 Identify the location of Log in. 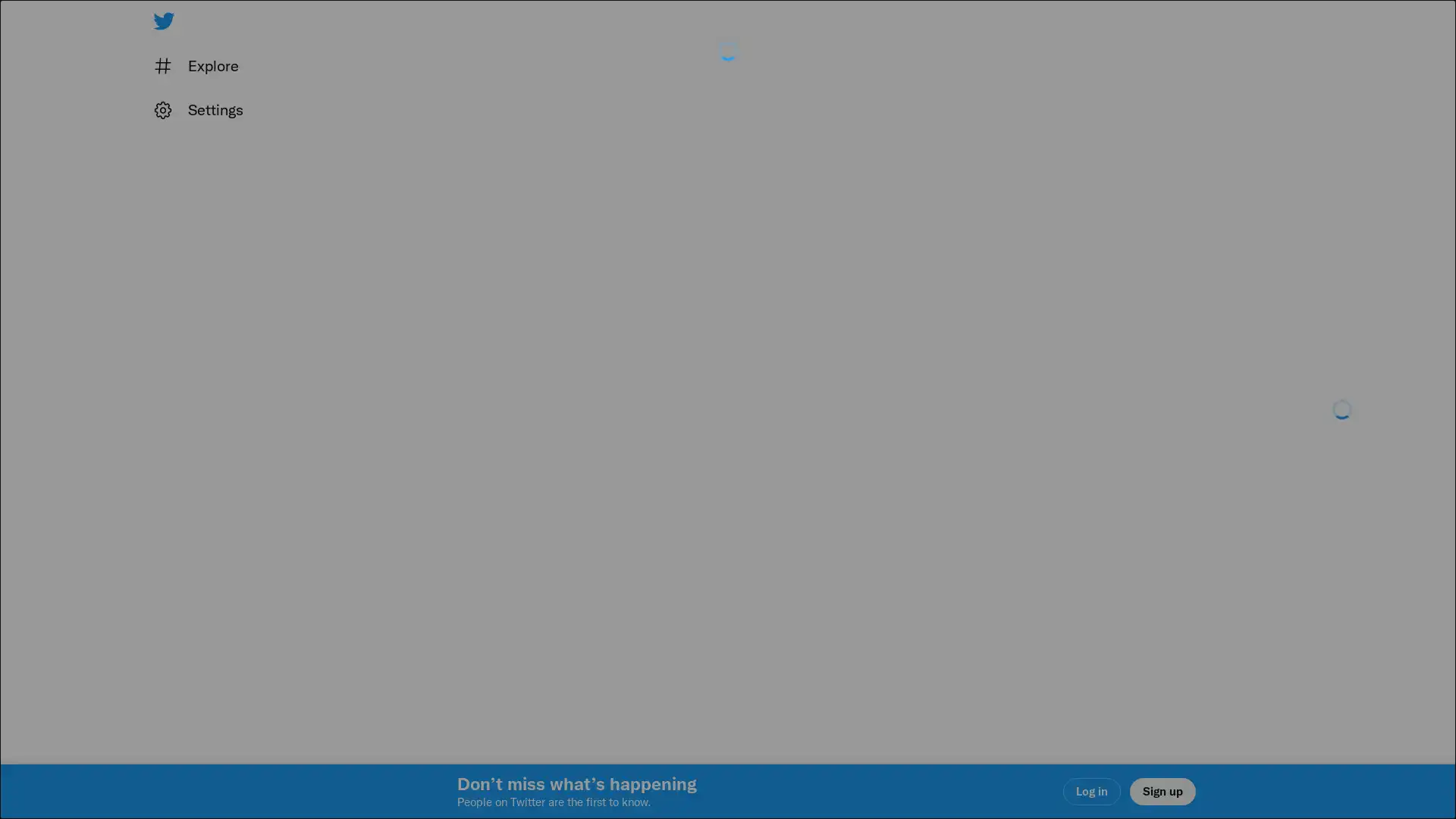
(910, 516).